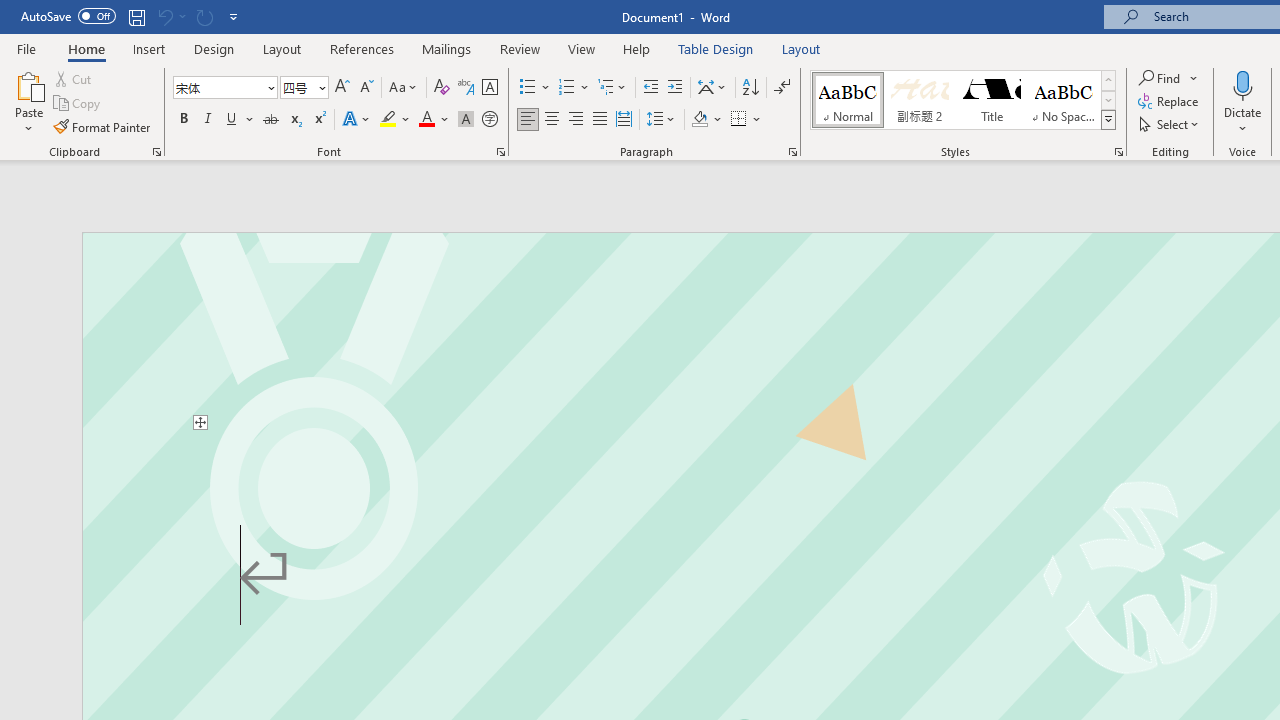 The image size is (1280, 720). Describe the element at coordinates (992, 100) in the screenshot. I see `'Title'` at that location.